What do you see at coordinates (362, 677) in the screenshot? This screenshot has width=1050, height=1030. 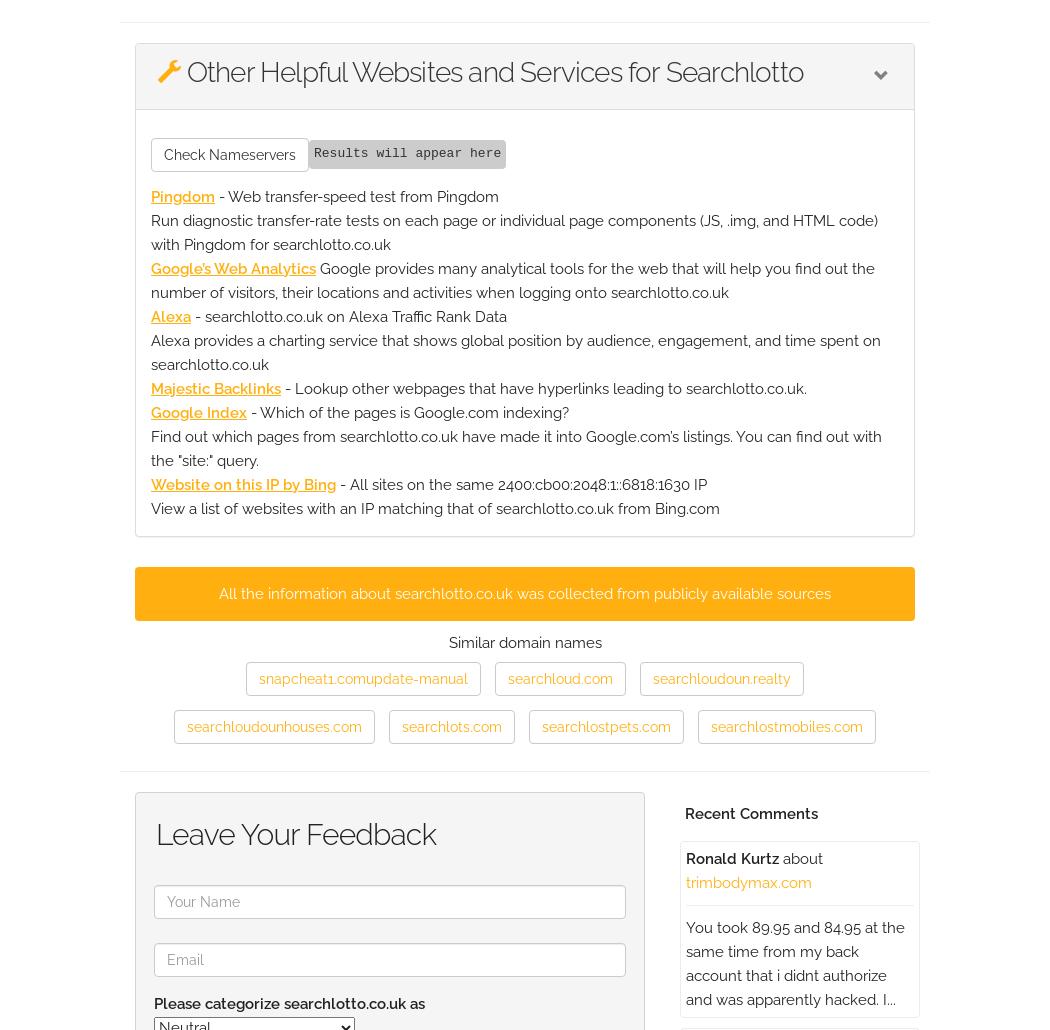 I see `'snapcheat1.comupdate-manual'` at bounding box center [362, 677].